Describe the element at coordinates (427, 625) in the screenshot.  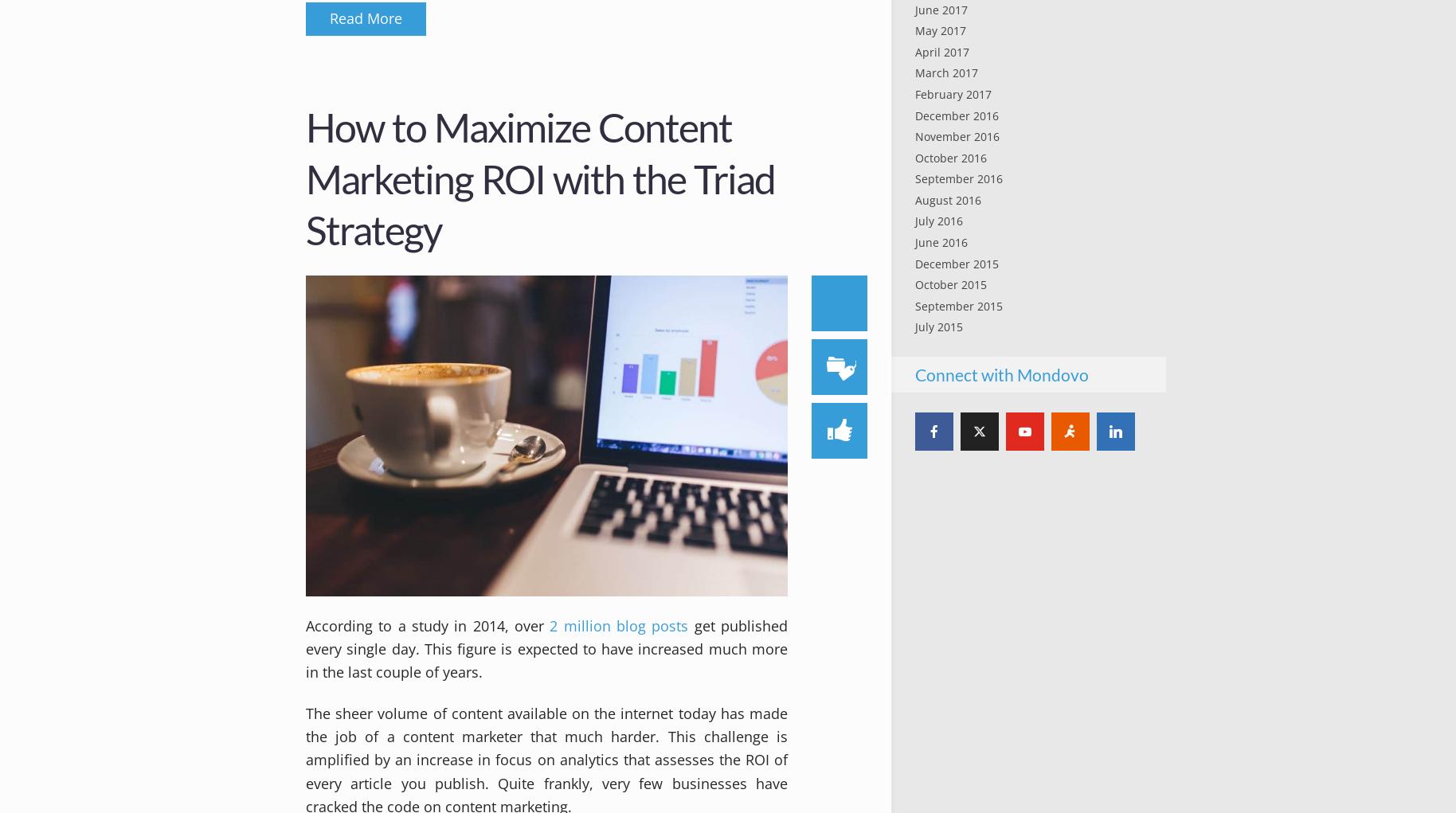
I see `'According to a study in 2014, over'` at that location.